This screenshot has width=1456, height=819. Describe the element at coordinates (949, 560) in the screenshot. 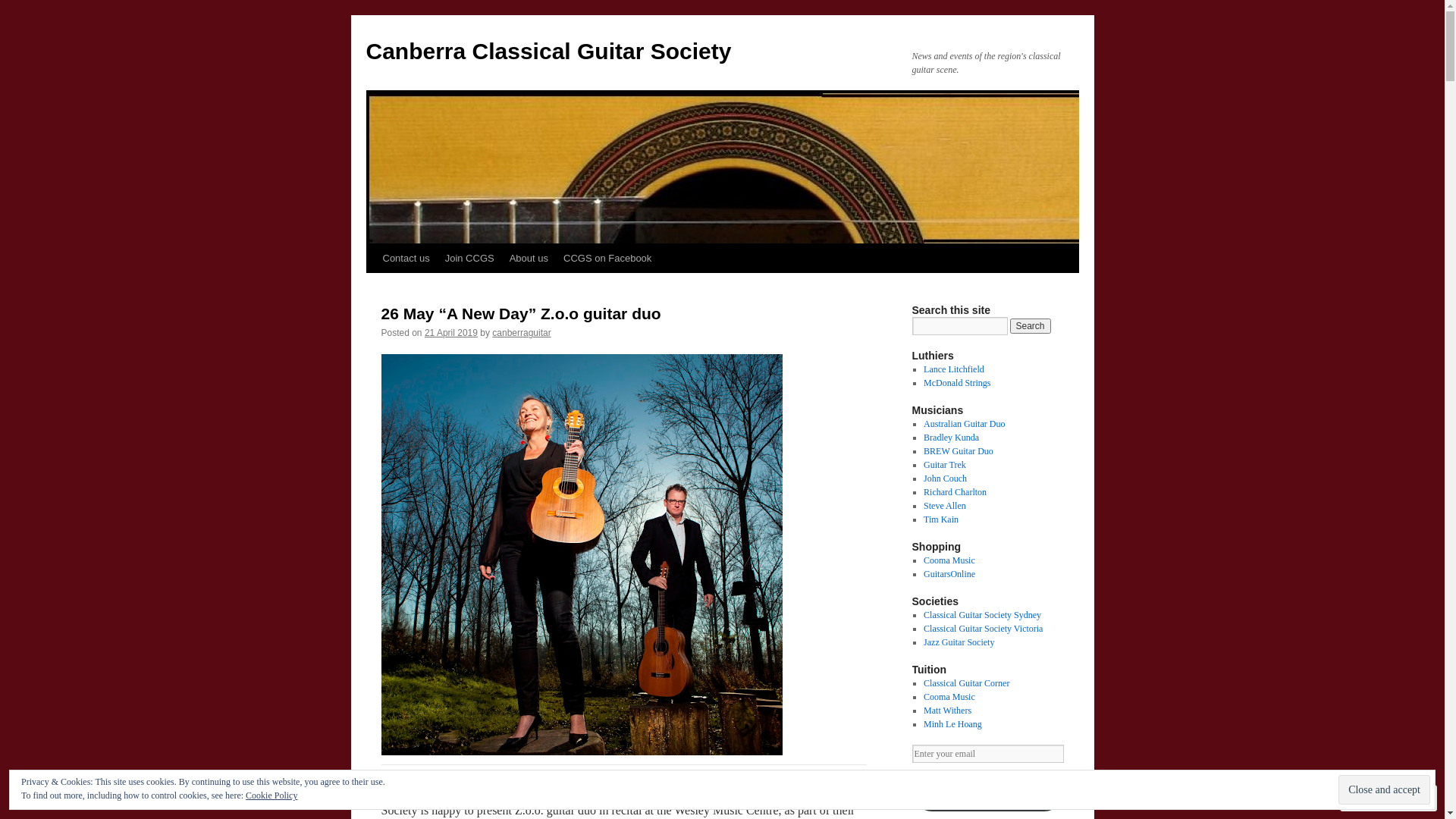

I see `'Cooma Music'` at that location.